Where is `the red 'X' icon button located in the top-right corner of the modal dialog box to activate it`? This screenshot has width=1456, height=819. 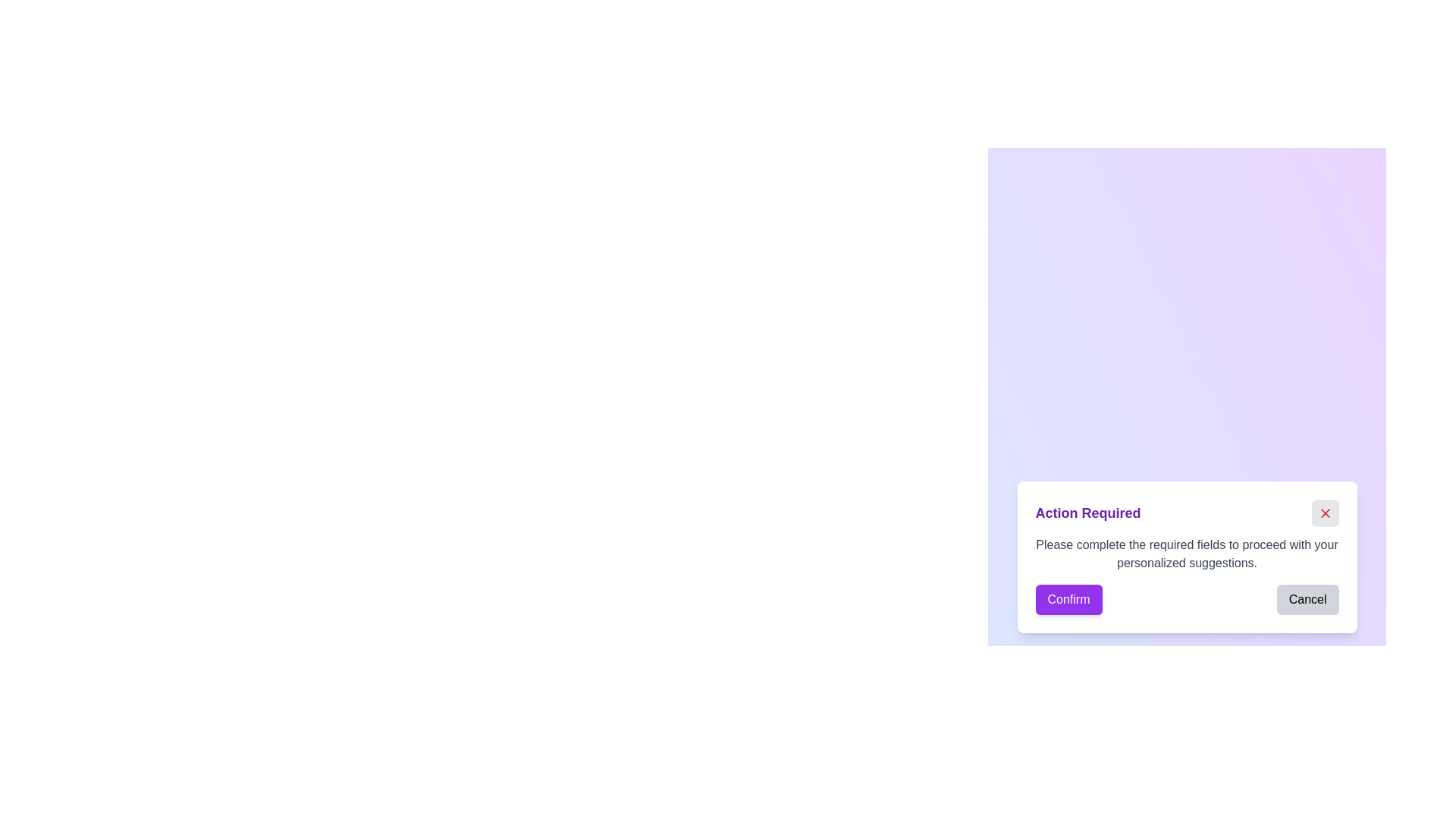 the red 'X' icon button located in the top-right corner of the modal dialog box to activate it is located at coordinates (1324, 513).